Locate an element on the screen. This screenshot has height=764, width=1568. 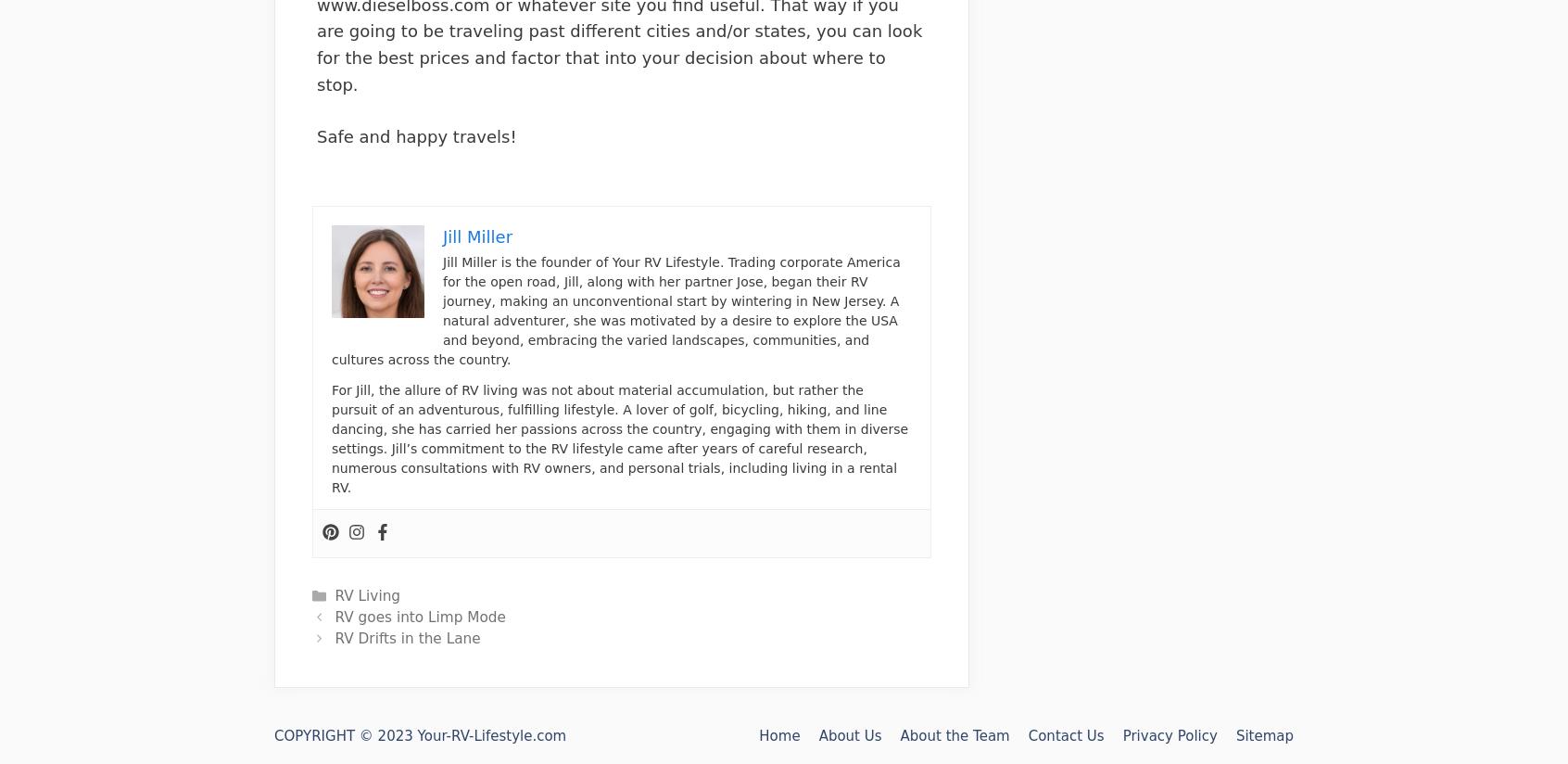
'For Jill, the allure of RV living was not about material accumulation, but rather the pursuit of an adventurous, fulfilling lifestyle. A lover of golf, bicycling, hiking, and line dancing, she has carried her passions across the country, engaging with them in diverse settings. Jill’s commitment to the RV lifestyle came after years of careful research, numerous consultations with RV owners, and personal trials, including living in a rental RV.' is located at coordinates (620, 438).